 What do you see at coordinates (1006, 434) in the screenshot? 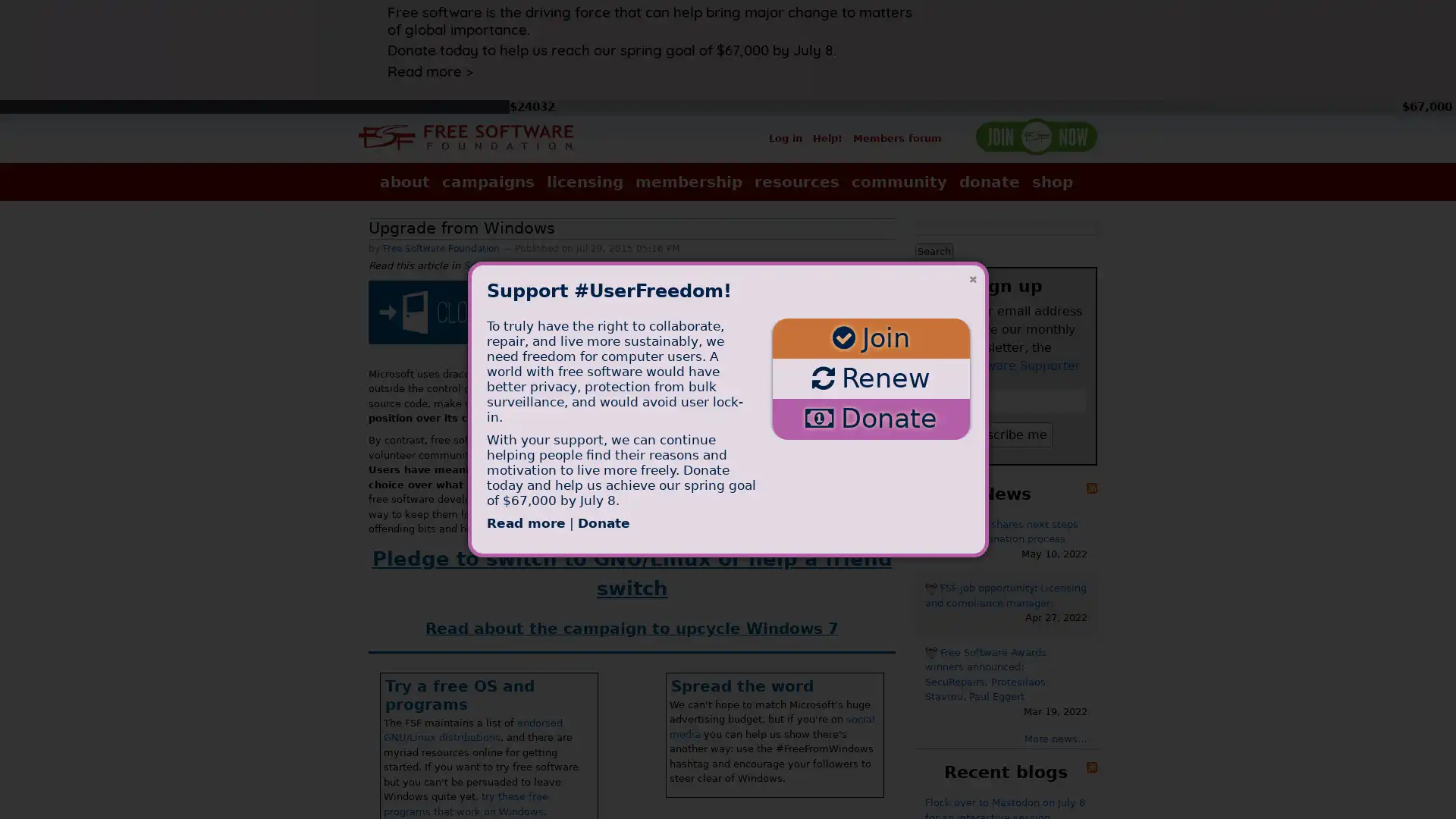
I see `Subscribe me` at bounding box center [1006, 434].